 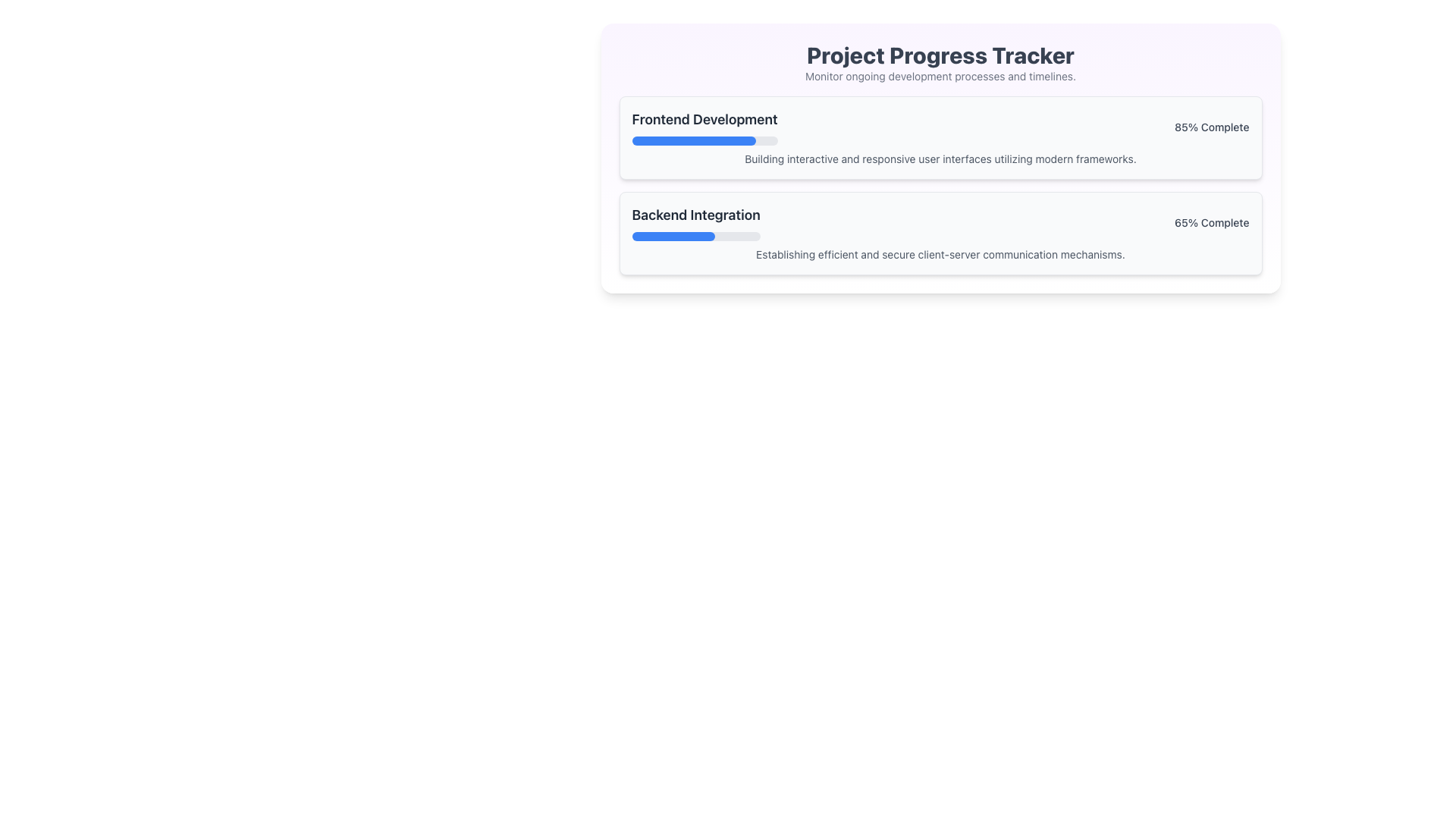 I want to click on the blue progress bar located in the 'Frontend Development' section of the progress tracker interface, so click(x=693, y=140).